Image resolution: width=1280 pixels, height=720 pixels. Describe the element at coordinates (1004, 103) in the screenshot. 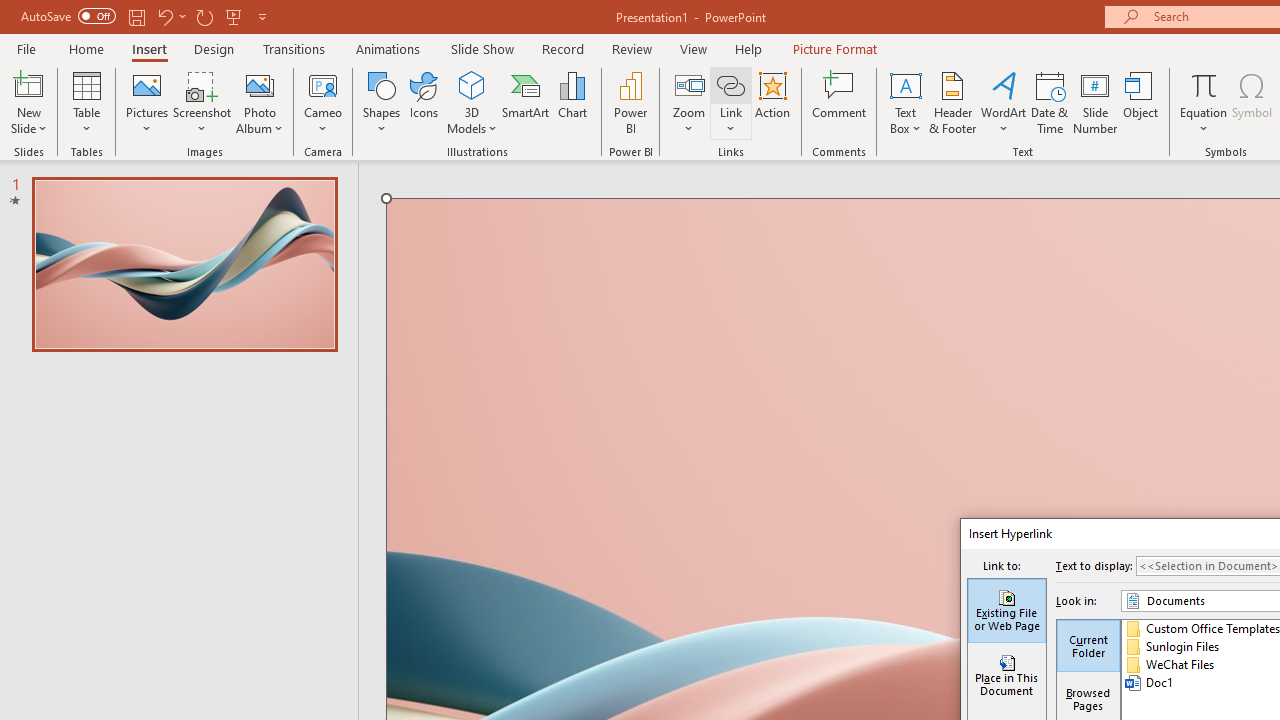

I see `'WordArt'` at that location.